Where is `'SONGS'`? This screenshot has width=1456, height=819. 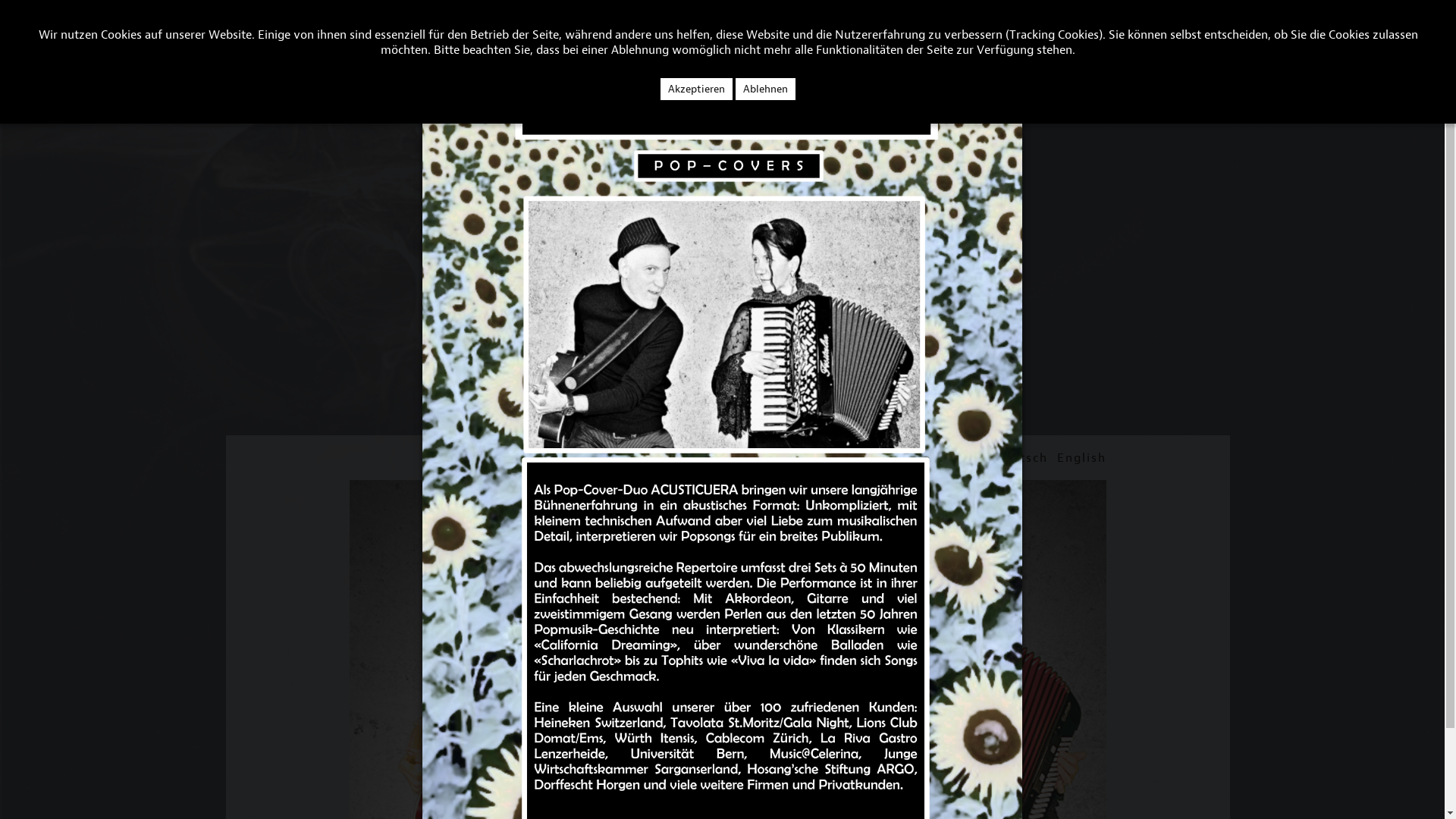 'SONGS' is located at coordinates (154, 42).